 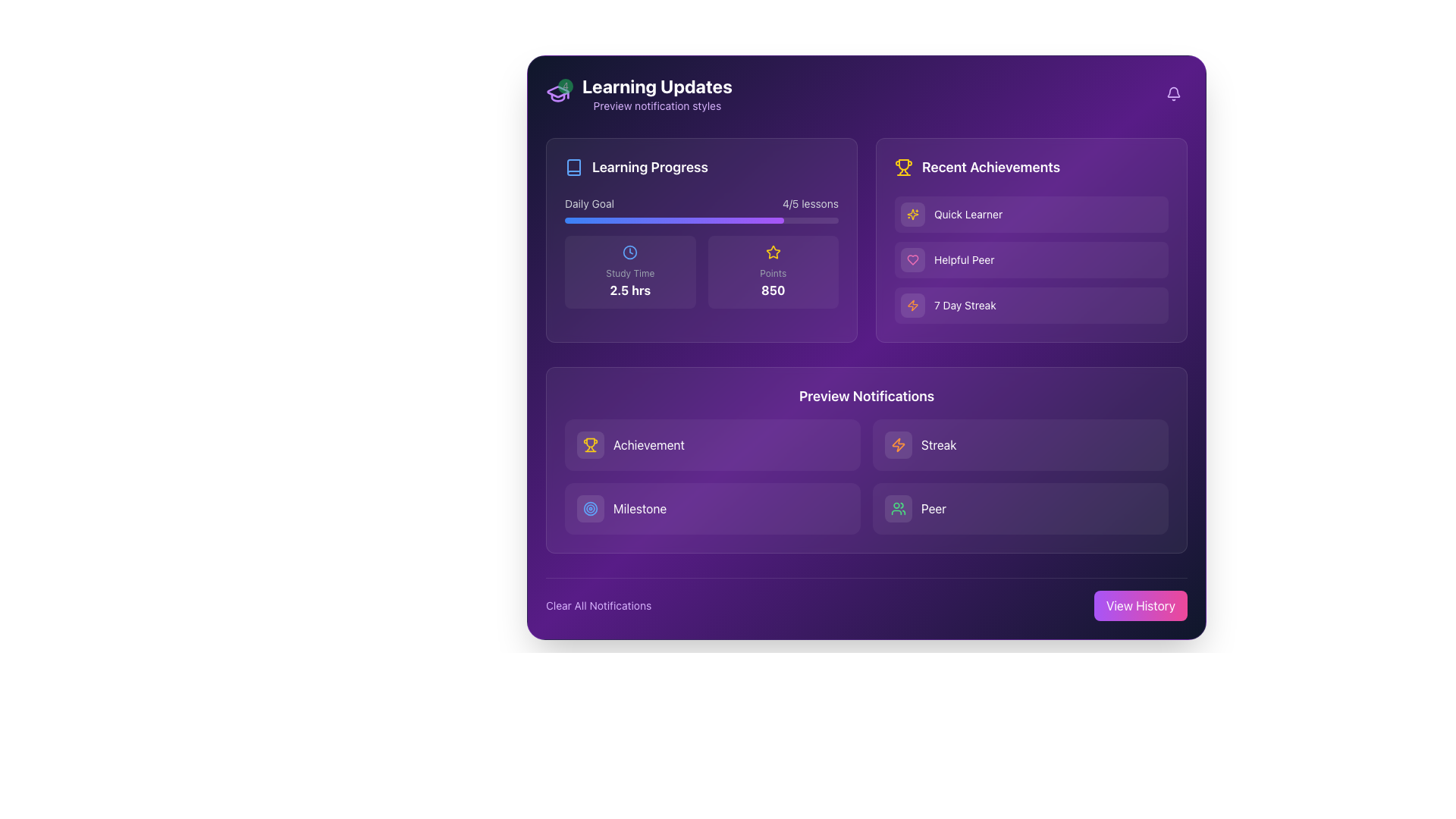 I want to click on the second entry in the 'Recent Achievements' section, which displays the 'Helpful Peer' recognition and is located between 'Quick Learner' and '7 Day Streak', so click(x=1031, y=259).